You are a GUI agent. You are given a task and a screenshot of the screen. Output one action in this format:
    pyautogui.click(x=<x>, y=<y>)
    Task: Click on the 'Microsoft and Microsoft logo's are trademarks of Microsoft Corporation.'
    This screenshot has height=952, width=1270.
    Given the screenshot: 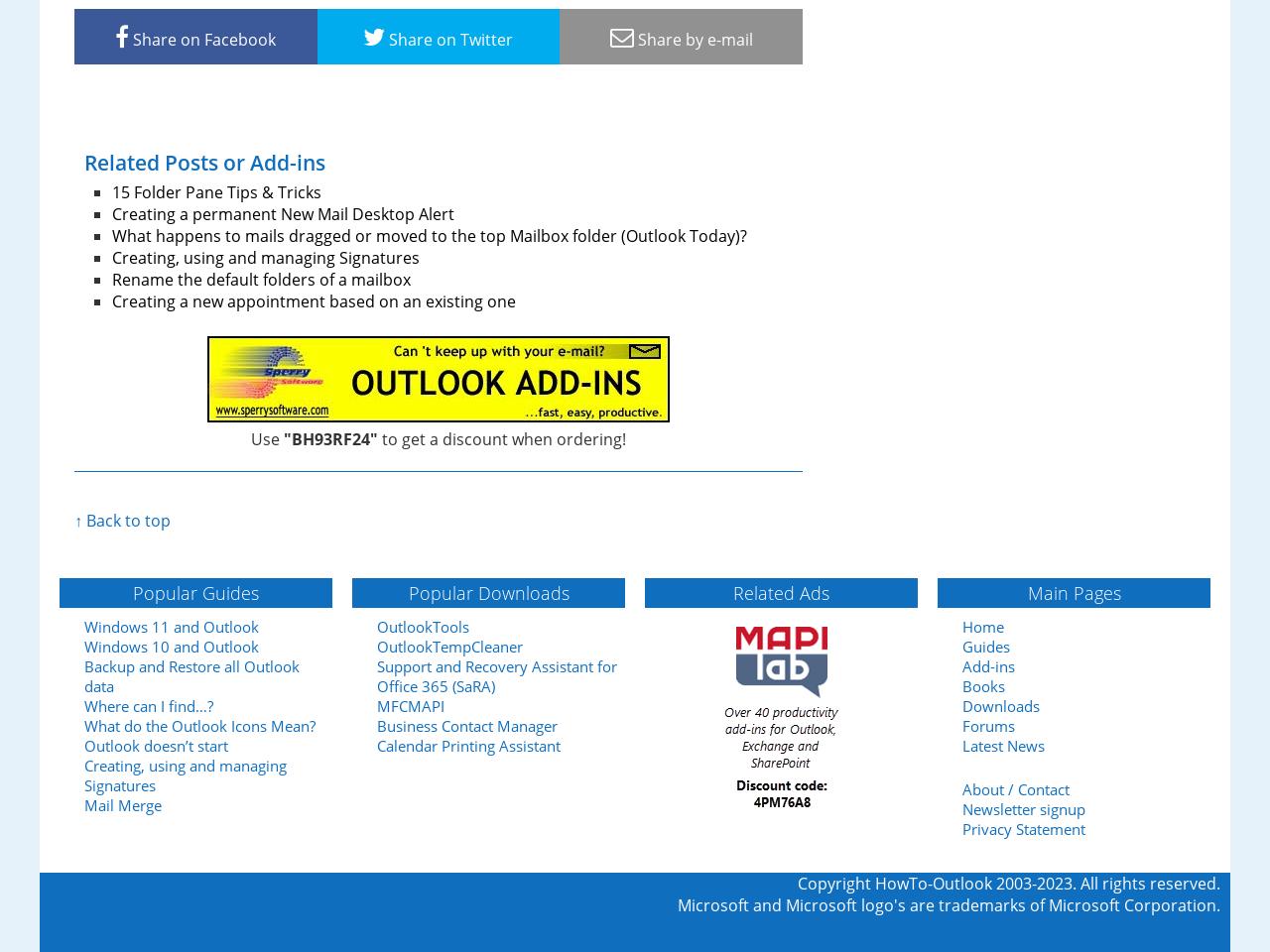 What is the action you would take?
    pyautogui.click(x=948, y=904)
    